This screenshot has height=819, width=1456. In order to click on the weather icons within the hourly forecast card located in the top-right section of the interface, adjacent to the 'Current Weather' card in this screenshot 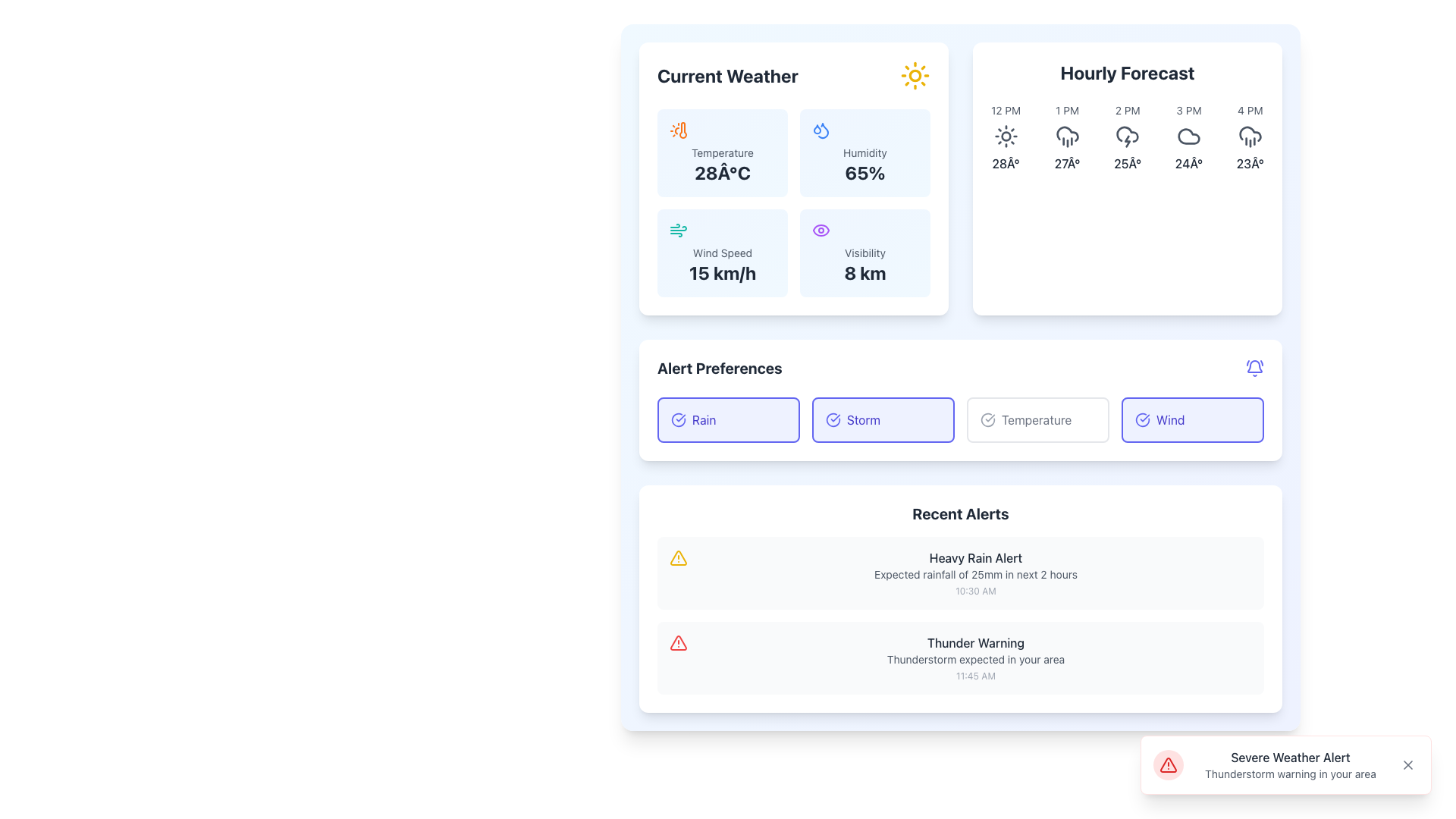, I will do `click(1128, 177)`.